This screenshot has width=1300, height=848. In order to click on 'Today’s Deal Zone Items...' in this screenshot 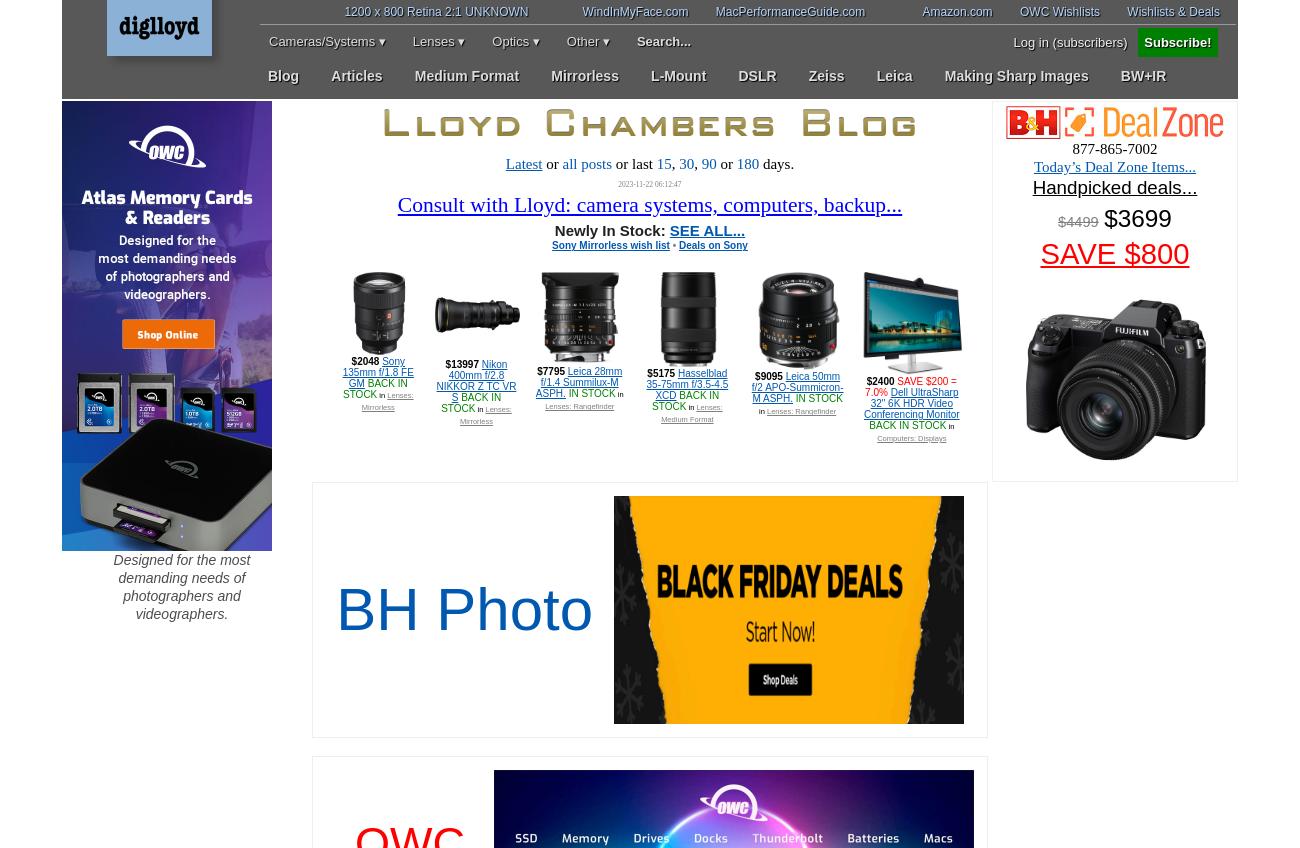, I will do `click(1113, 166)`.